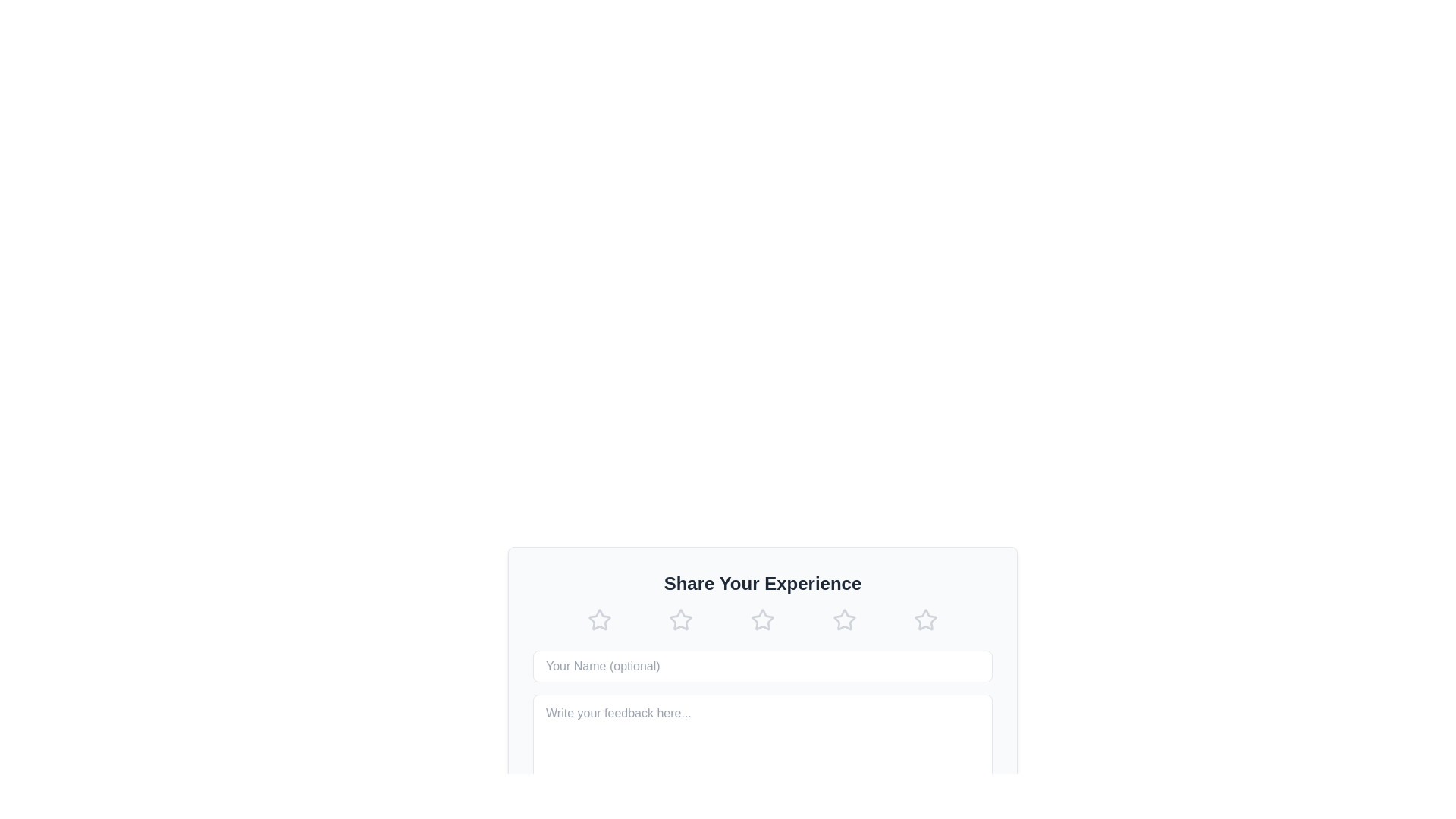  What do you see at coordinates (680, 620) in the screenshot?
I see `the third star icon from the left in the rating system` at bounding box center [680, 620].